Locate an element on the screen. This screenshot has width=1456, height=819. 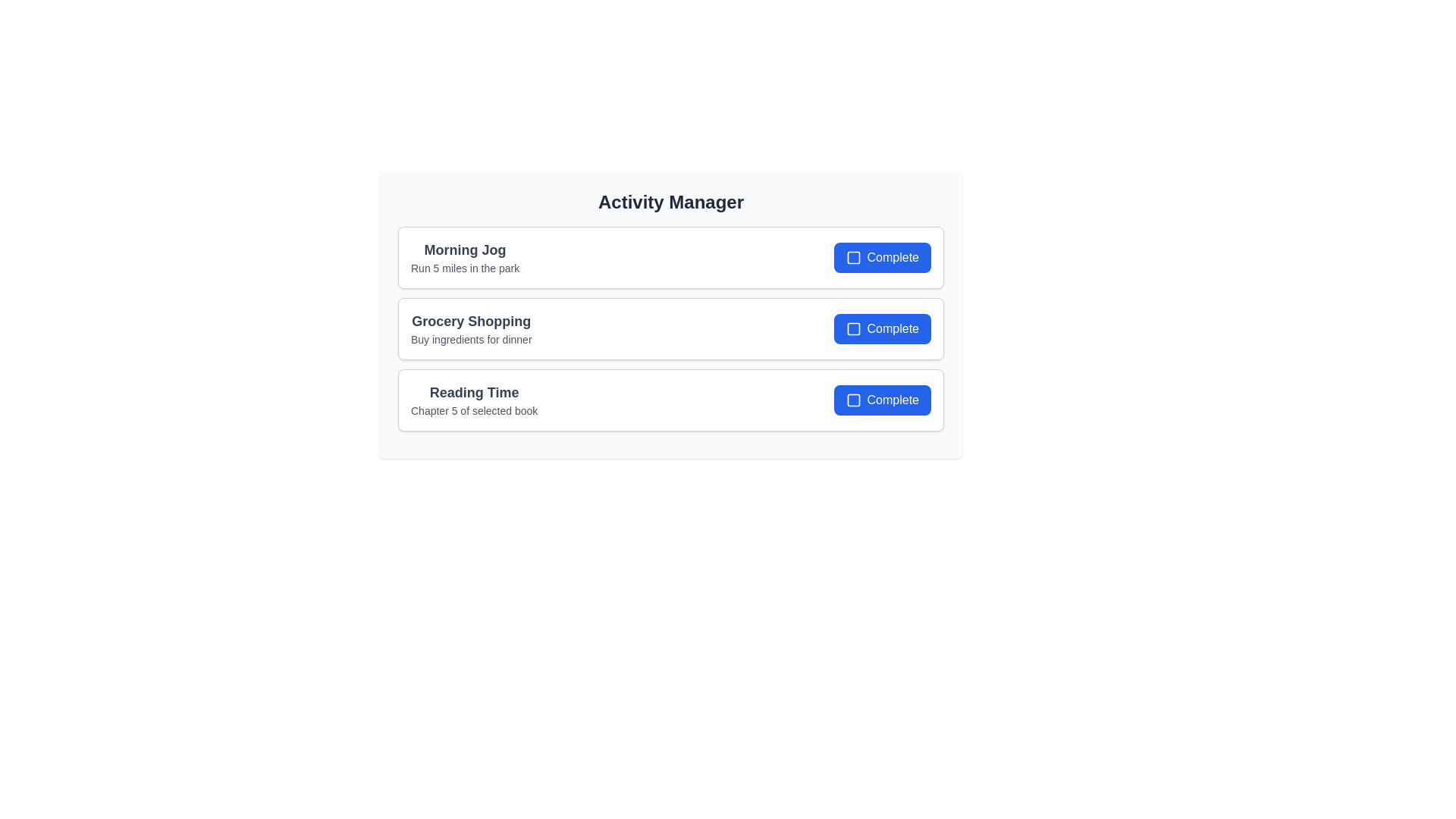
the button with a blue background and white text that says 'Complete' to mark the activity as complete is located at coordinates (882, 400).